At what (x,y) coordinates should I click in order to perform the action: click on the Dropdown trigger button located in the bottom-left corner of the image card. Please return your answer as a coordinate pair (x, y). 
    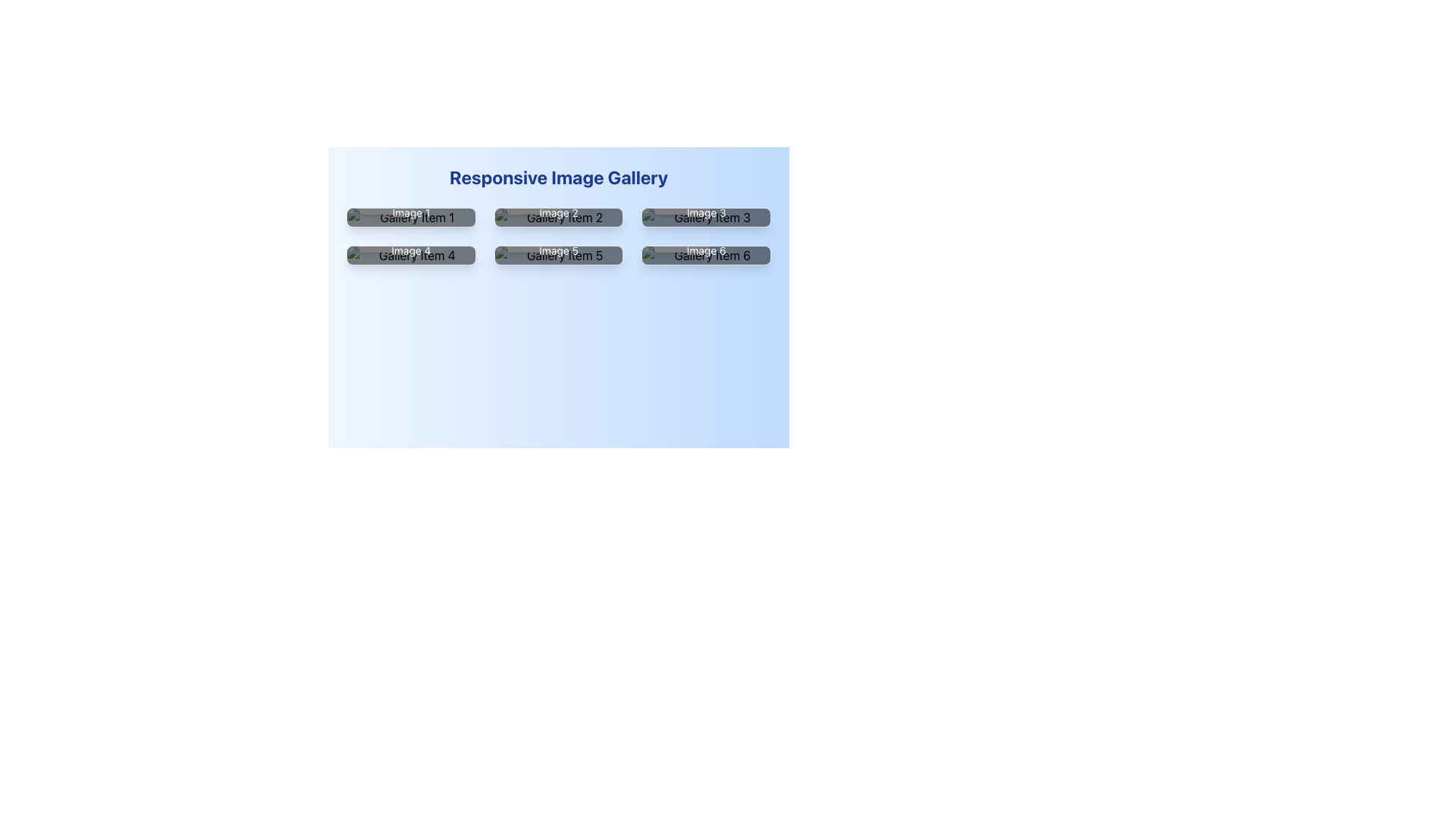
    Looking at the image, I should click on (681, 227).